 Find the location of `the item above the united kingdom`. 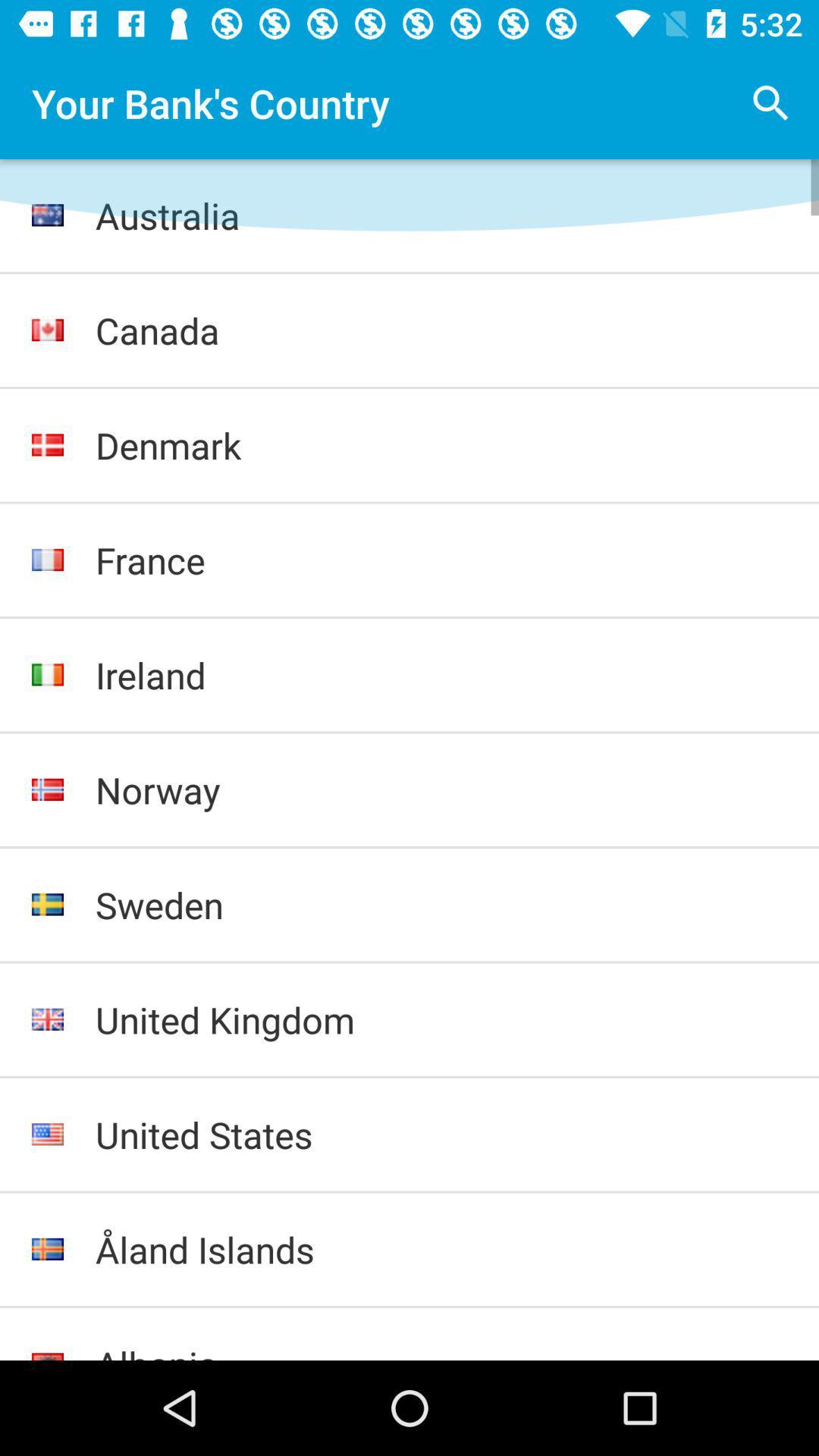

the item above the united kingdom is located at coordinates (441, 905).